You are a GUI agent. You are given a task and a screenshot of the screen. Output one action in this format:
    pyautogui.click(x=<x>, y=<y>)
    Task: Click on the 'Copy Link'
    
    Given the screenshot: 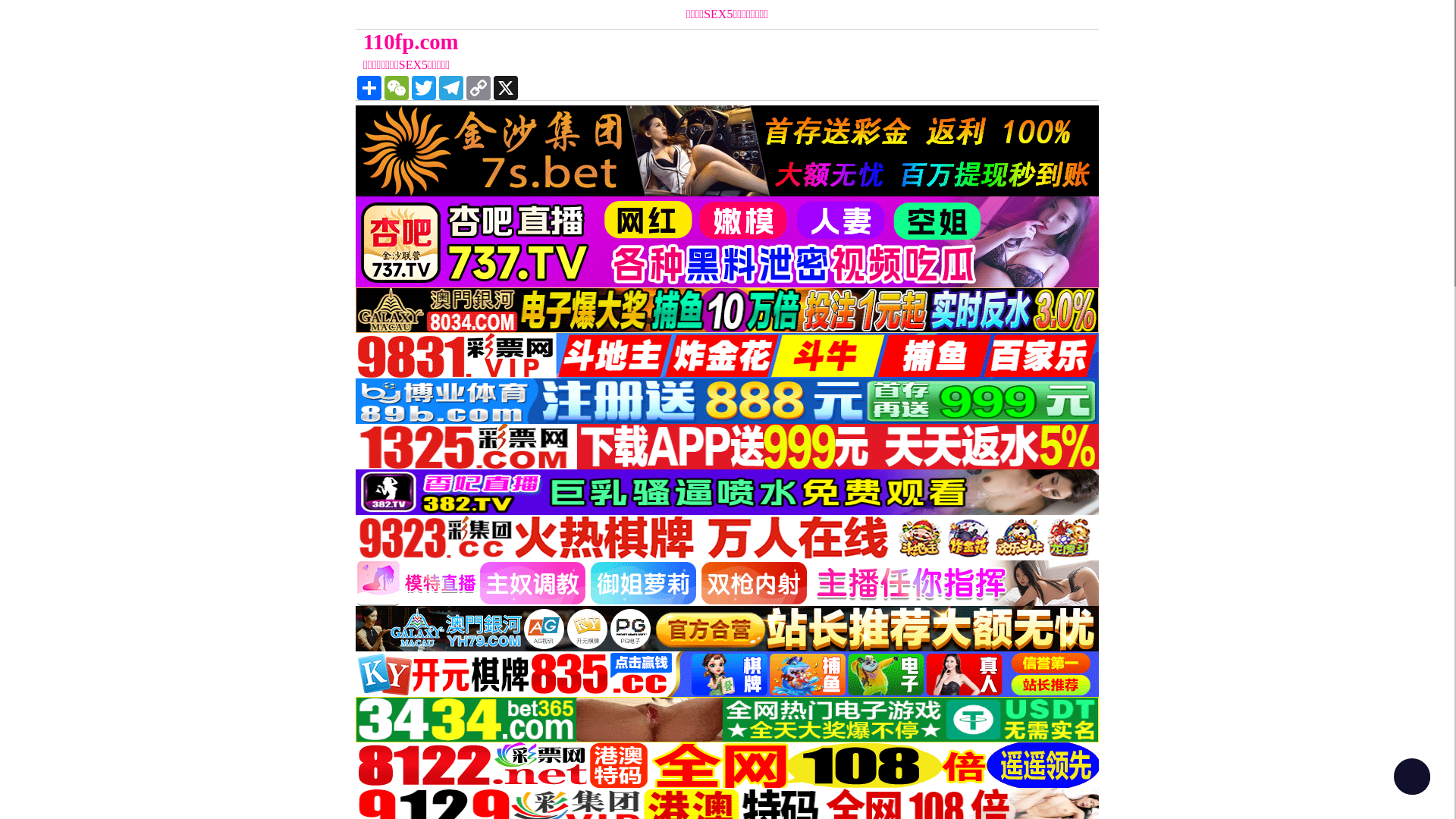 What is the action you would take?
    pyautogui.click(x=477, y=87)
    